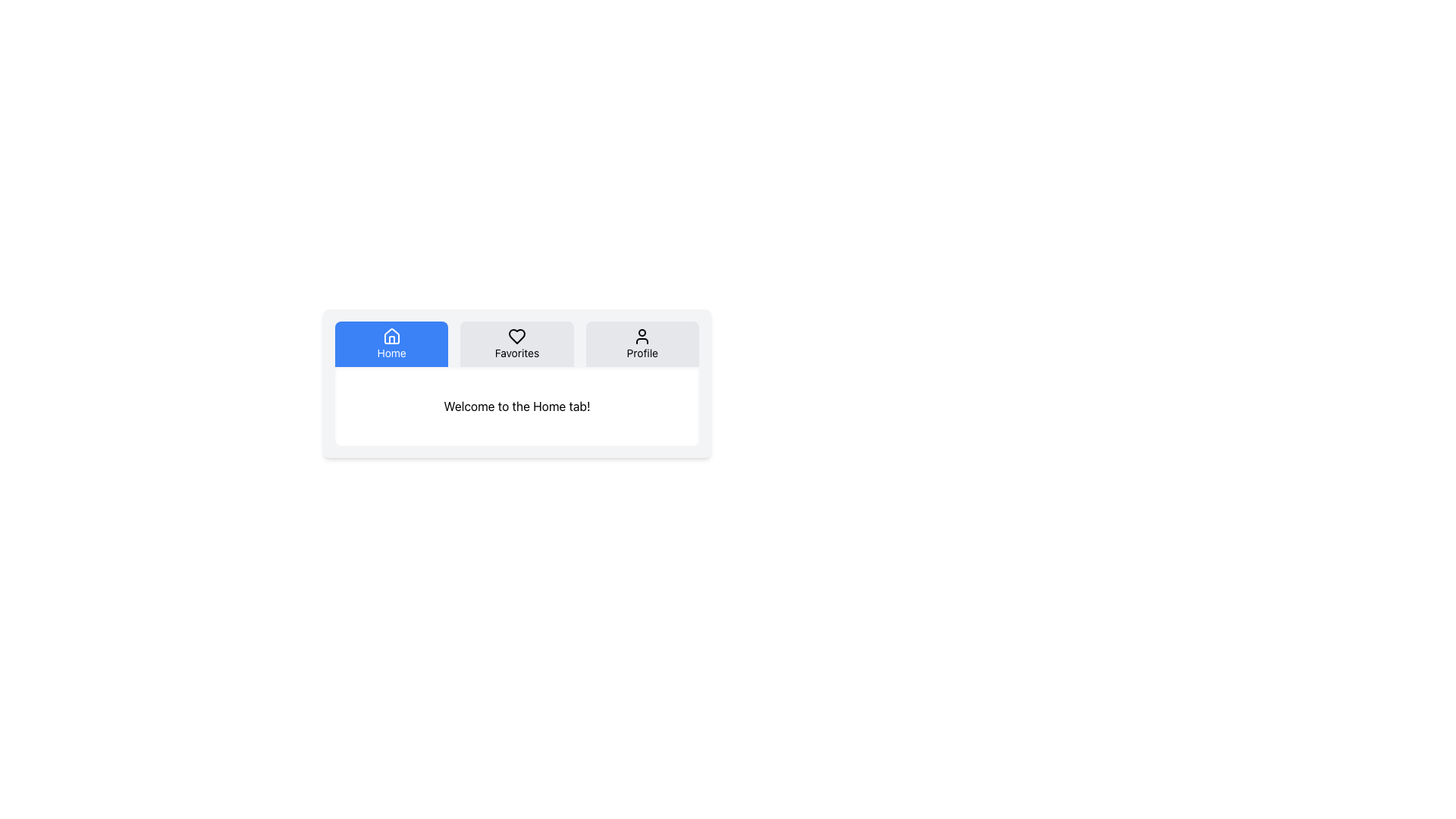 The width and height of the screenshot is (1456, 819). What do you see at coordinates (642, 344) in the screenshot?
I see `the gray rectangular button with rounded top corners labeled 'Profile'` at bounding box center [642, 344].